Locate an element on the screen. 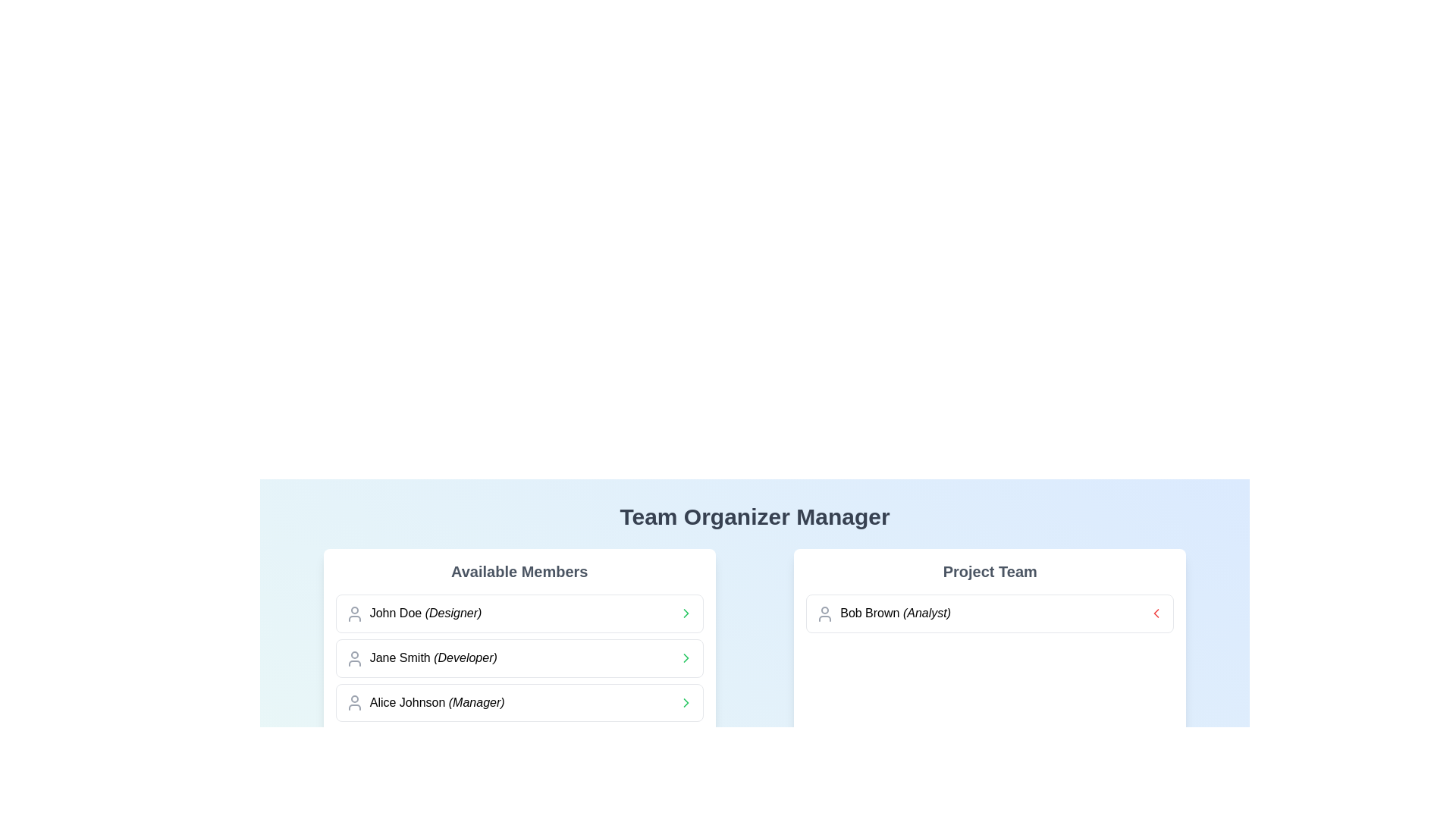  the user profile icon represented by a minimalistic circular head and torso outline, located in the second row under 'Available Members' in the Team Organizer Manager interface, to the left of 'Jane Smith (Developer)' is located at coordinates (353, 657).